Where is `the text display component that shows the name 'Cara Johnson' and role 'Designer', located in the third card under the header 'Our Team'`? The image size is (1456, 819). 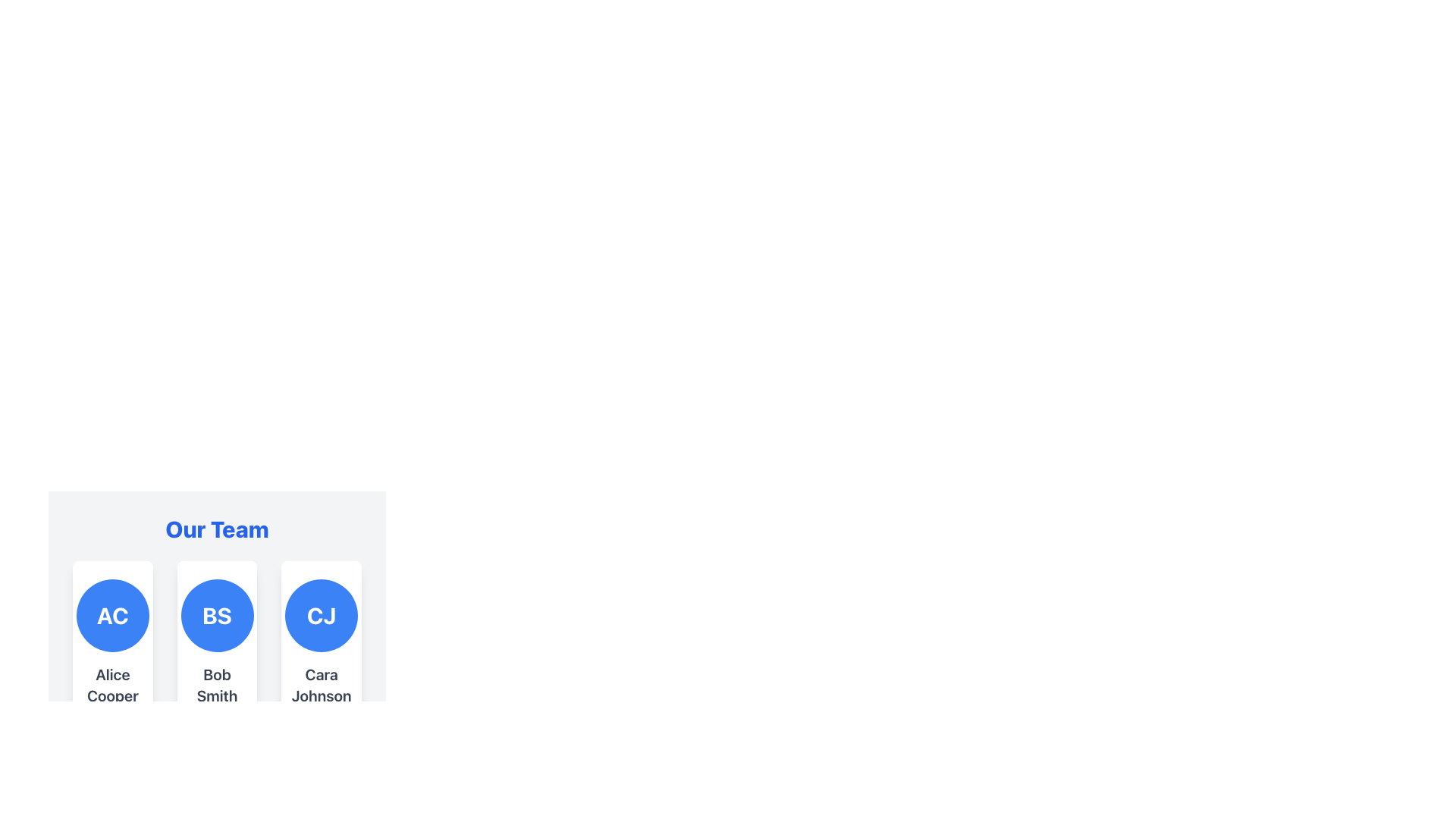
the text display component that shows the name 'Cara Johnson' and role 'Designer', located in the third card under the header 'Our Team' is located at coordinates (321, 694).